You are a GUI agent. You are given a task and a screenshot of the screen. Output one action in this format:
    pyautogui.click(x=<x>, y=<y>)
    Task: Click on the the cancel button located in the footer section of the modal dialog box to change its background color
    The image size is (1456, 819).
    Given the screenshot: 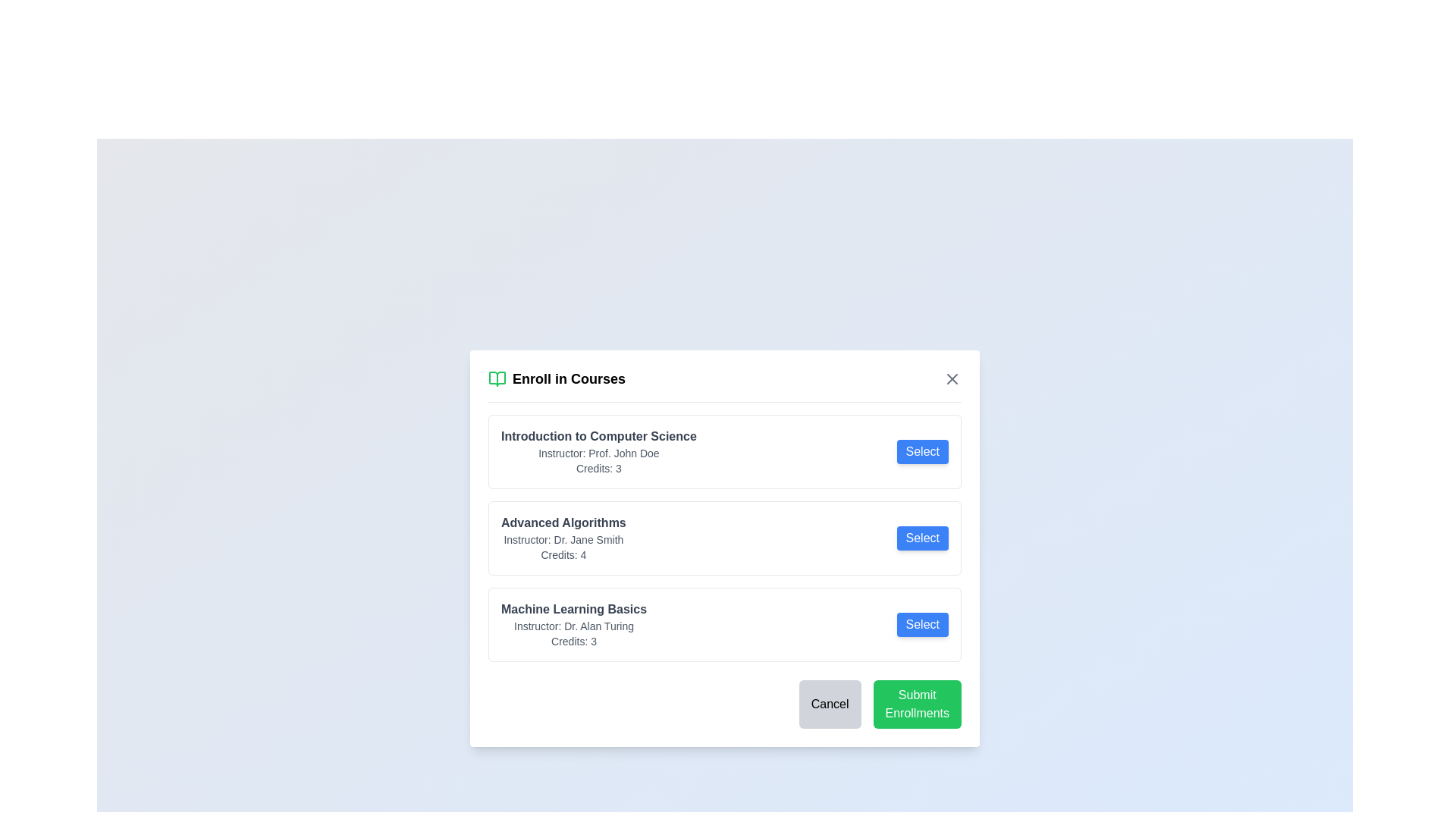 What is the action you would take?
    pyautogui.click(x=829, y=704)
    